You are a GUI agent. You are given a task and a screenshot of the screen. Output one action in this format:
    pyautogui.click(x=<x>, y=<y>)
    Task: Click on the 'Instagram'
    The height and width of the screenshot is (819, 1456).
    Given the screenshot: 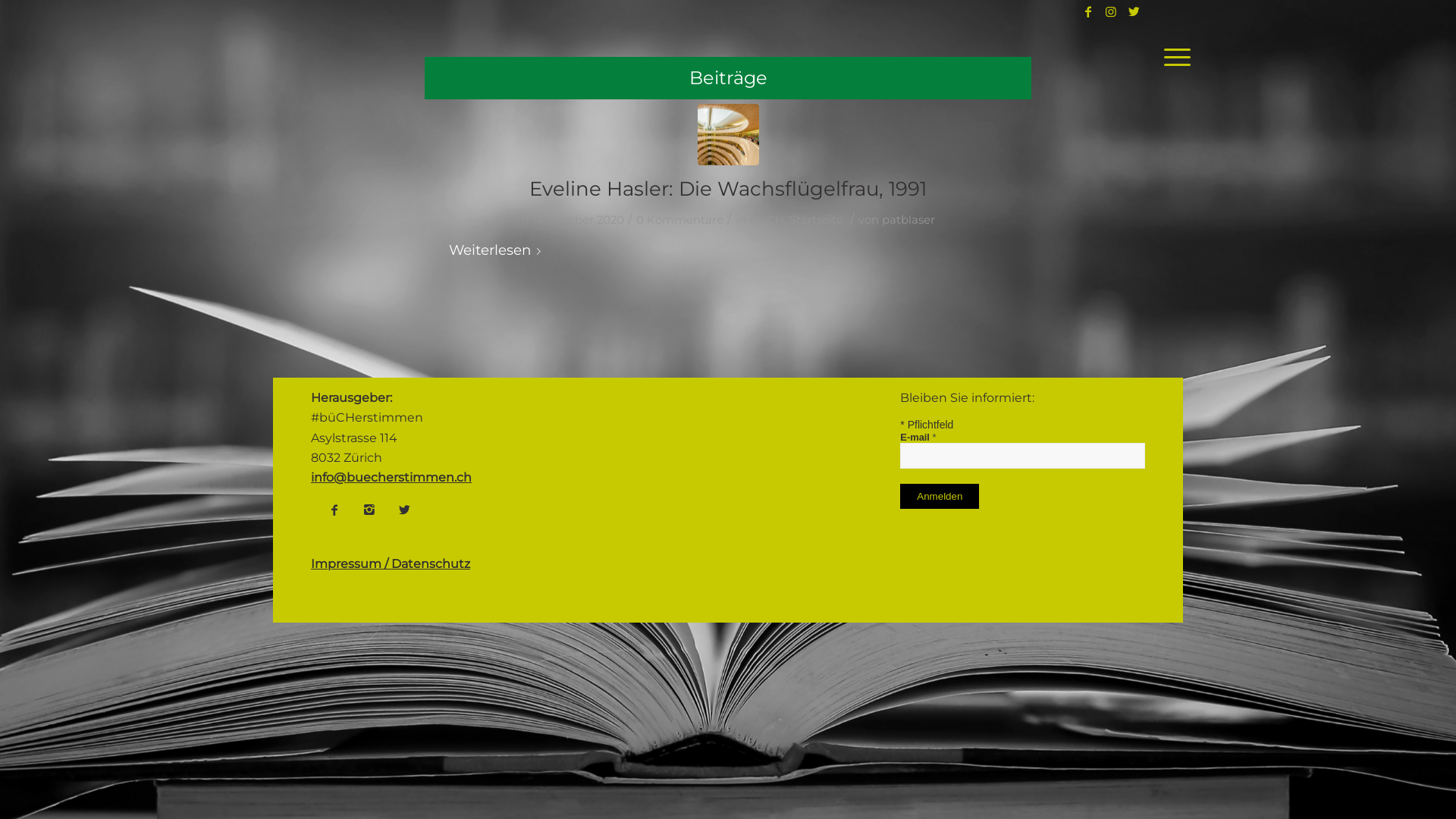 What is the action you would take?
    pyautogui.click(x=369, y=509)
    